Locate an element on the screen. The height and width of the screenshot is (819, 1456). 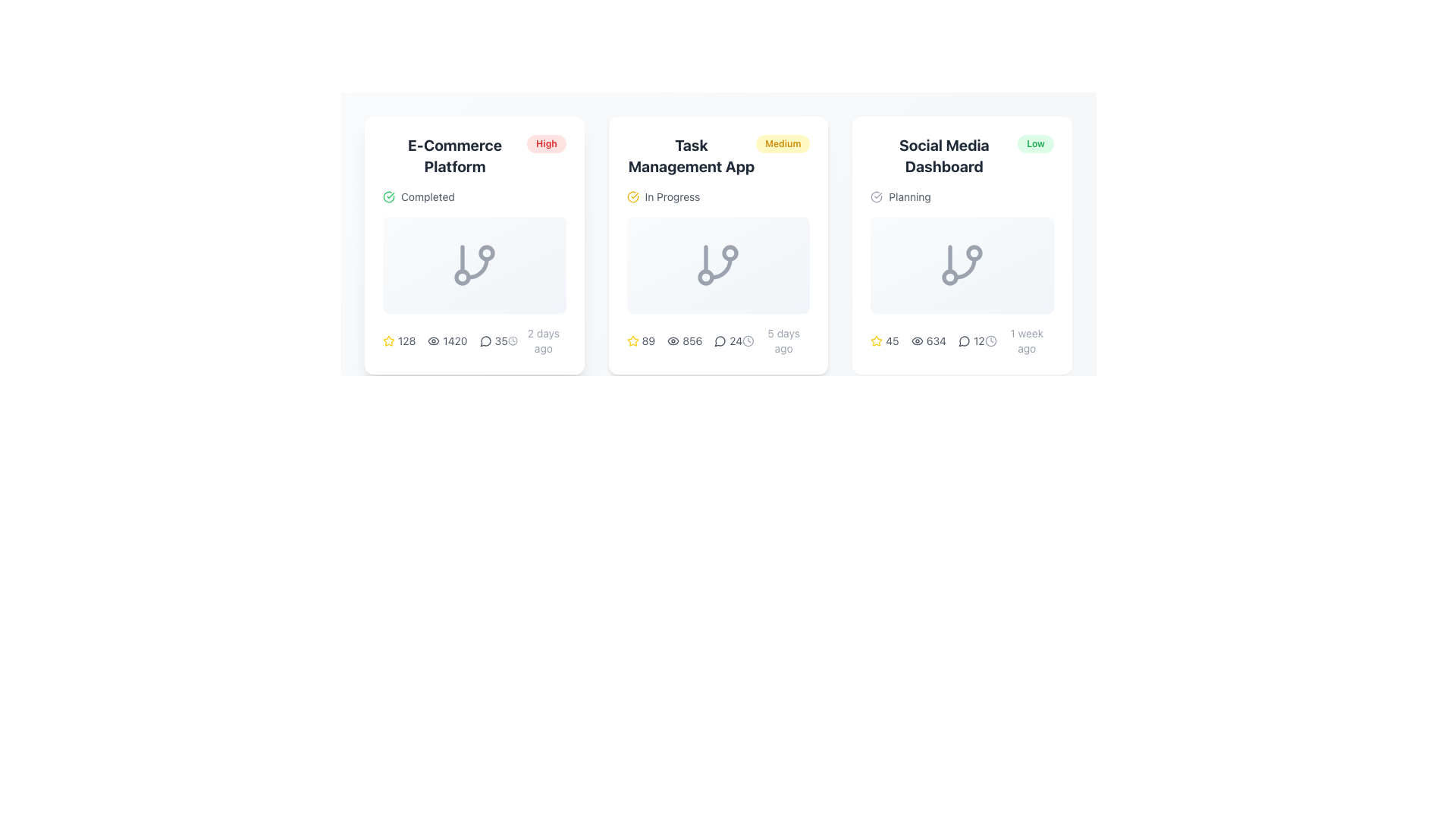
the comments icon located to the left of the number '24' in the Task Management App is located at coordinates (720, 341).